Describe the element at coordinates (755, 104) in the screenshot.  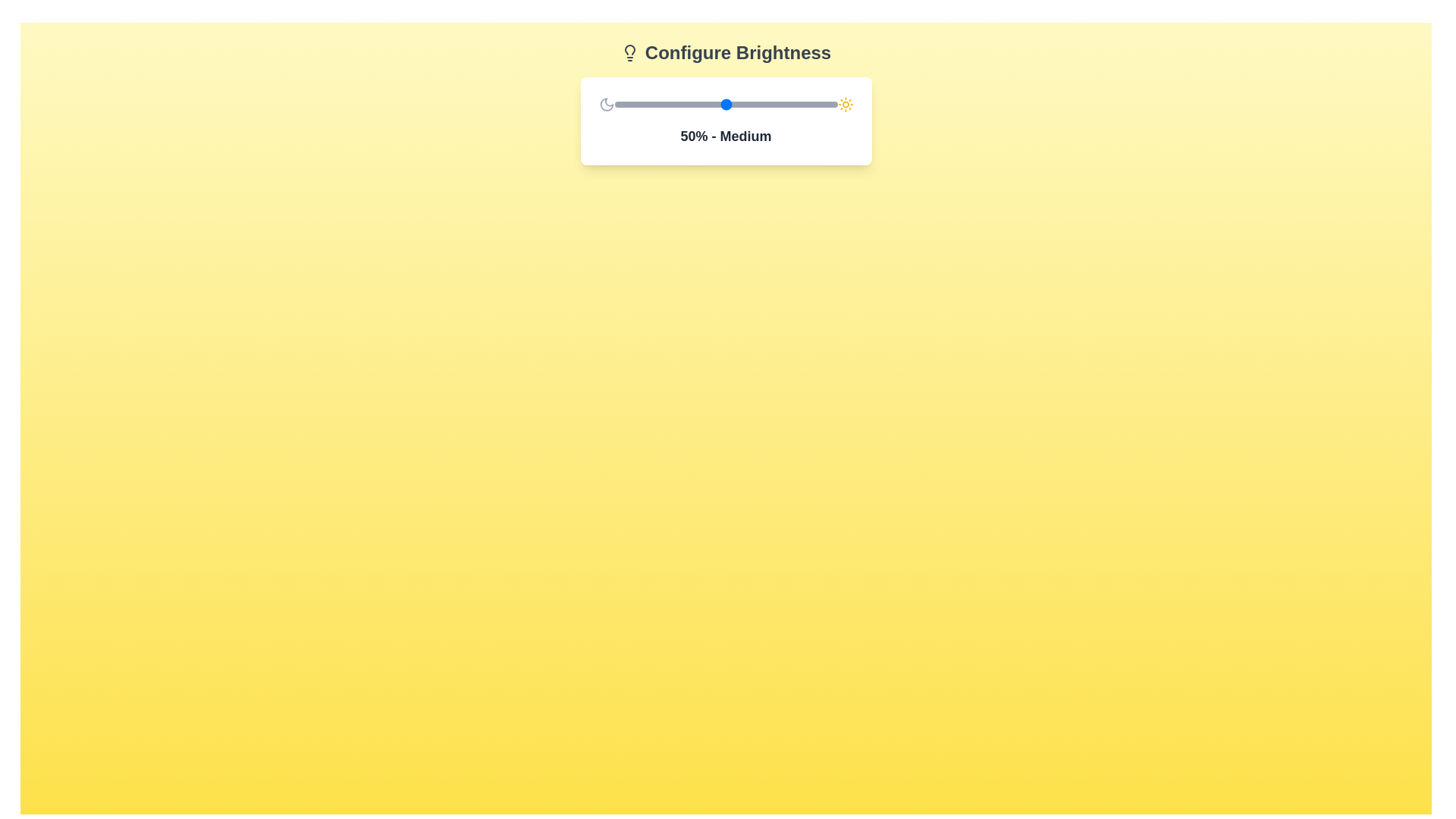
I see `the brightness slider to 63%` at that location.